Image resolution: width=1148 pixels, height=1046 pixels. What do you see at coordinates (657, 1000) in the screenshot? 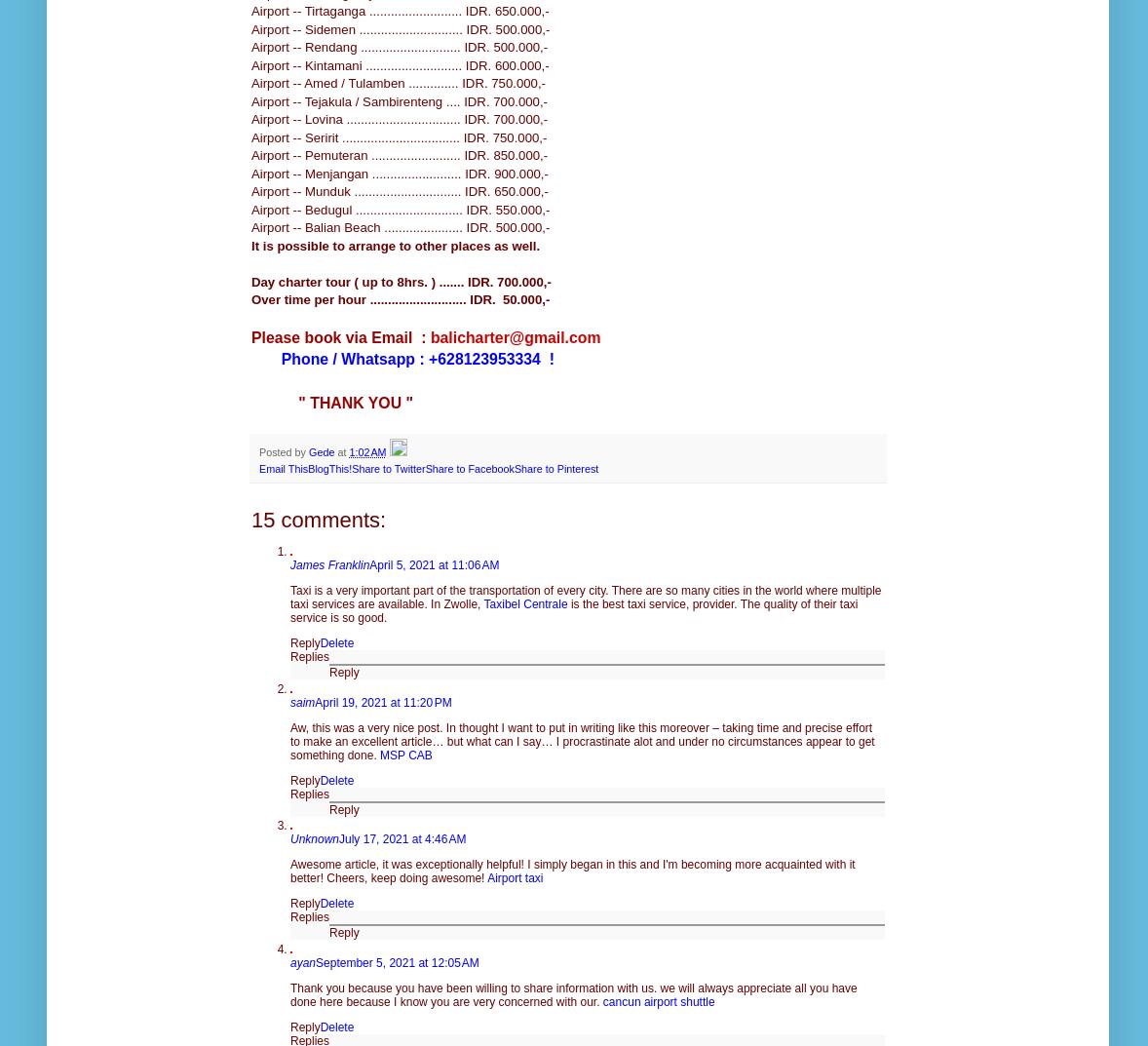
I see `'cancun airport shuttle'` at bounding box center [657, 1000].